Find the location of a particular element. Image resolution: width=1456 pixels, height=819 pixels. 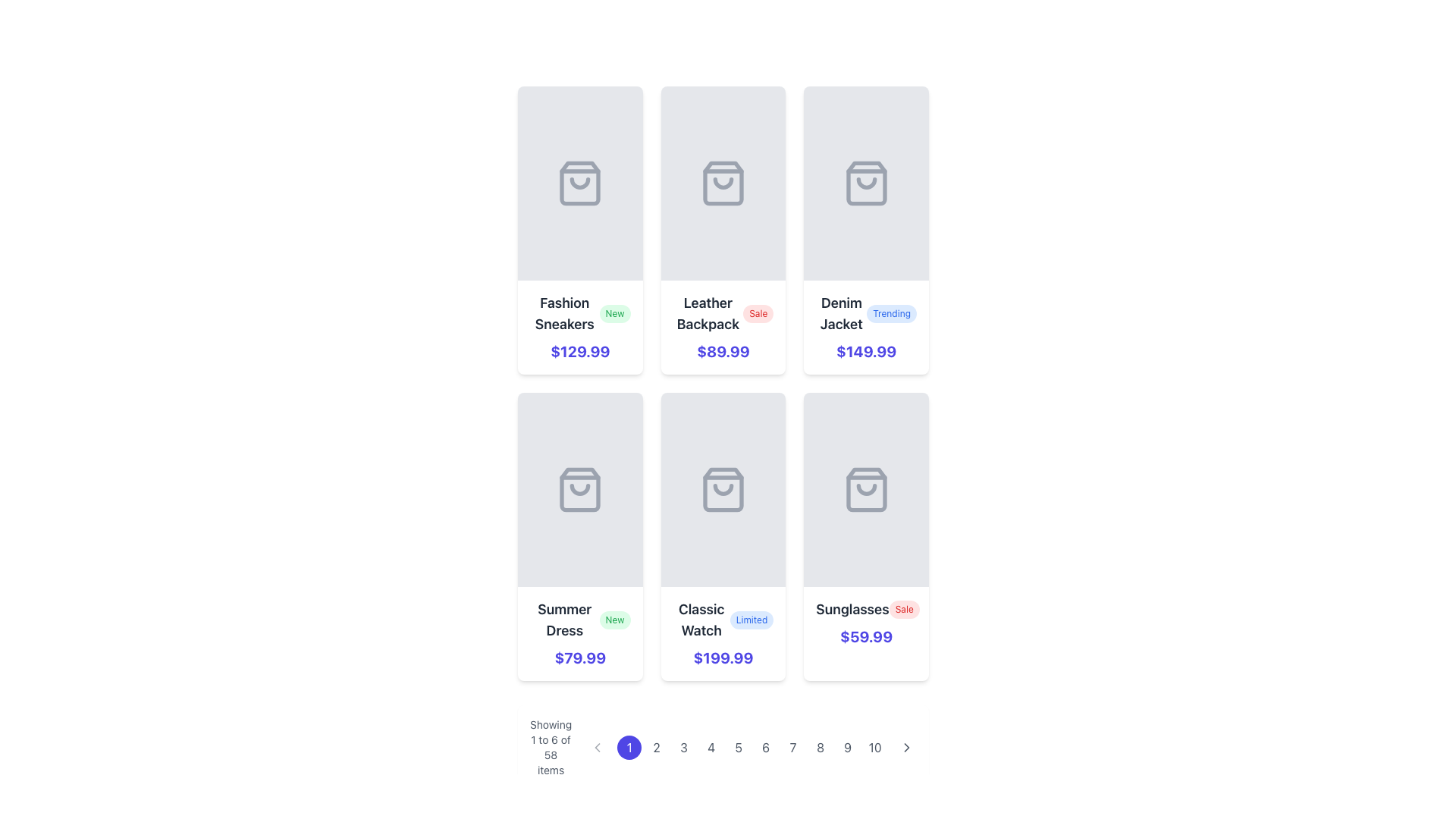

the 'New' badge or label, which is a small label with bold, green text on a light-green rounded background, located in the bottom section of the product card labeled 'Summer Dress' is located at coordinates (615, 620).